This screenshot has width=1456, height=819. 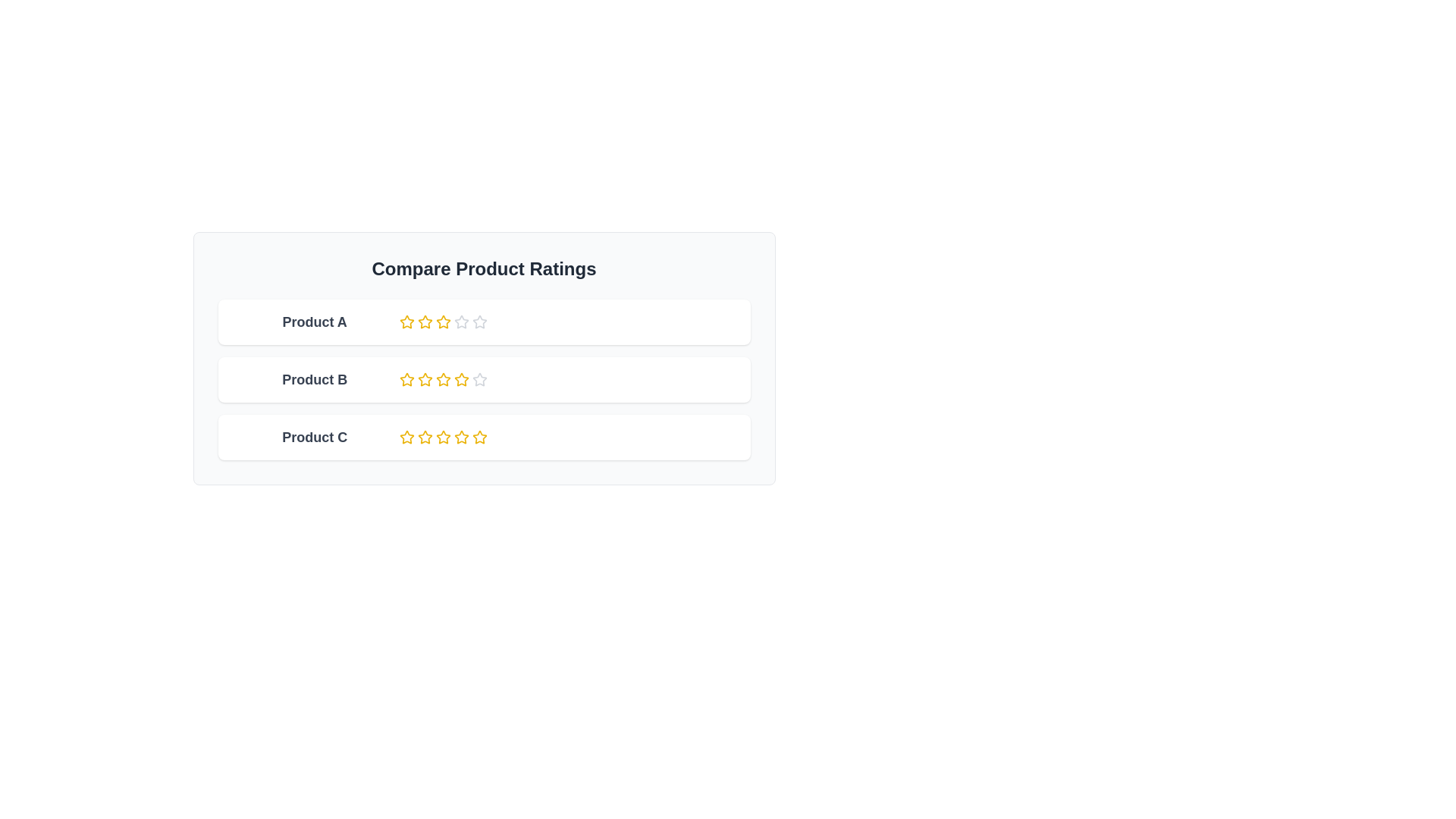 What do you see at coordinates (442, 438) in the screenshot?
I see `the active yellow star icon used for ratings, which is the third star in the row for 'Product C' located in the 'Compare Product Ratings' section` at bounding box center [442, 438].